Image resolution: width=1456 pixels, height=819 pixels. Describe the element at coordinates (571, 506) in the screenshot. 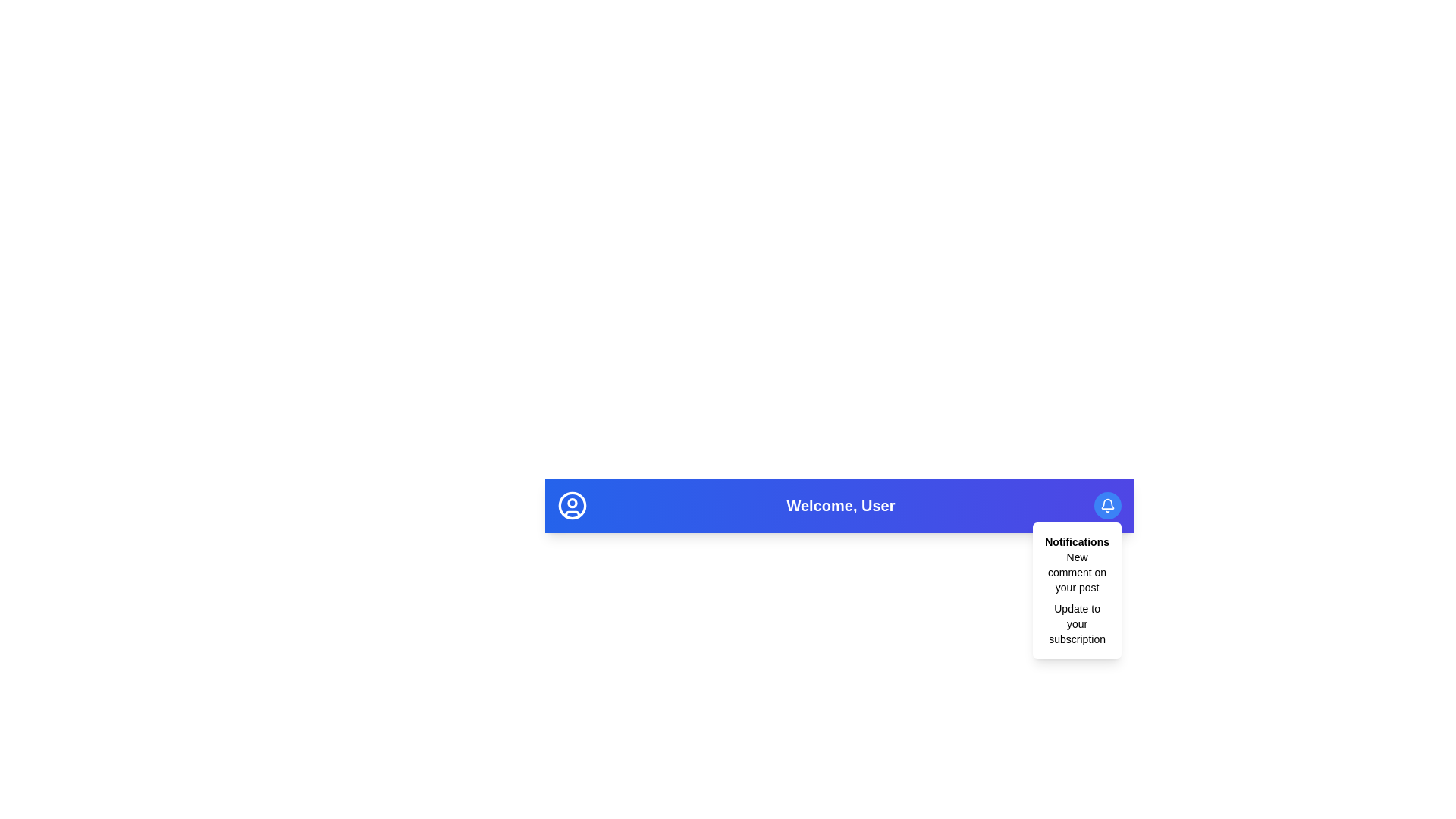

I see `the user profile icon located on the far left of the horizontal navigation bar` at that location.